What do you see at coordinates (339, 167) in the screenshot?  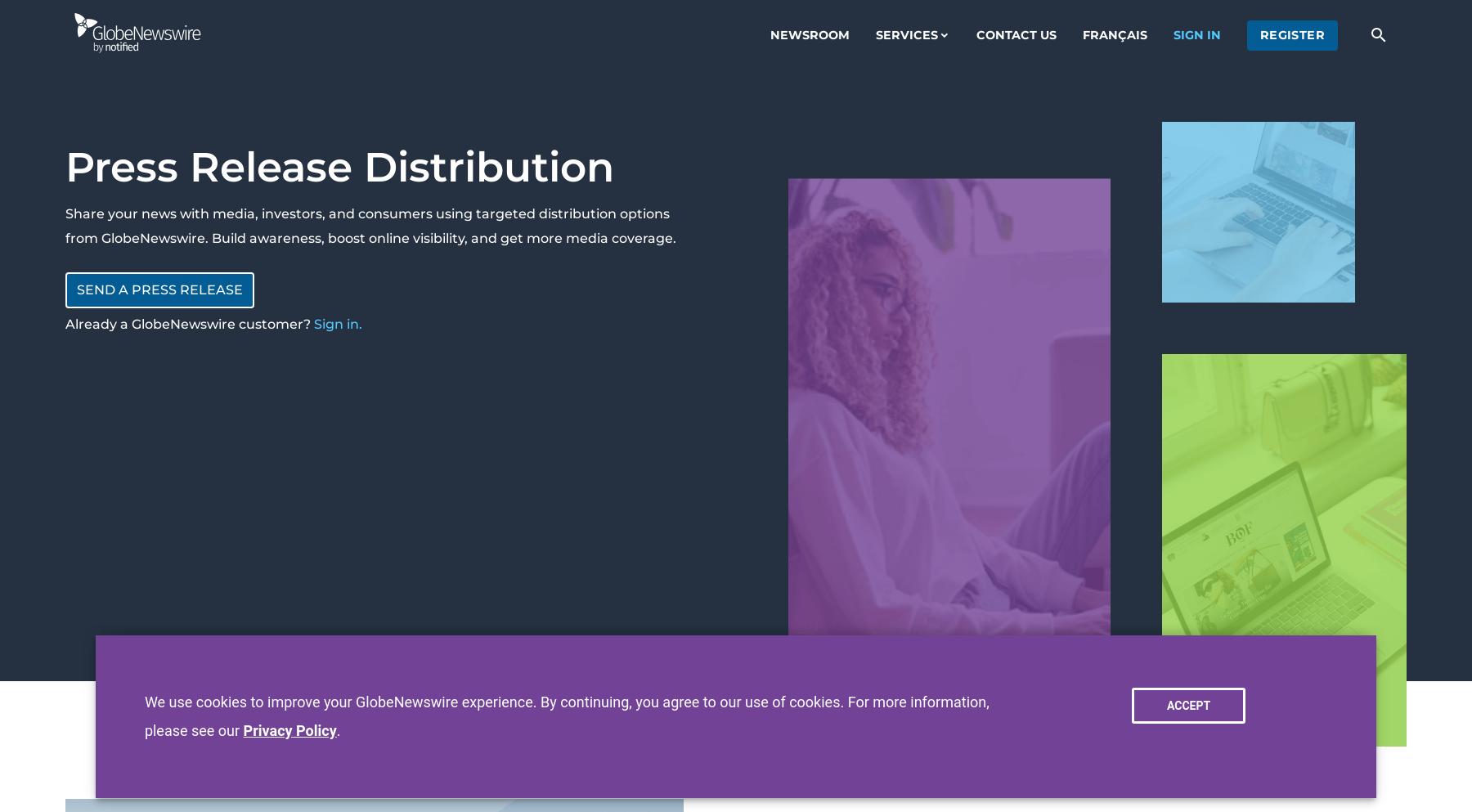 I see `'Press Release Distribution'` at bounding box center [339, 167].